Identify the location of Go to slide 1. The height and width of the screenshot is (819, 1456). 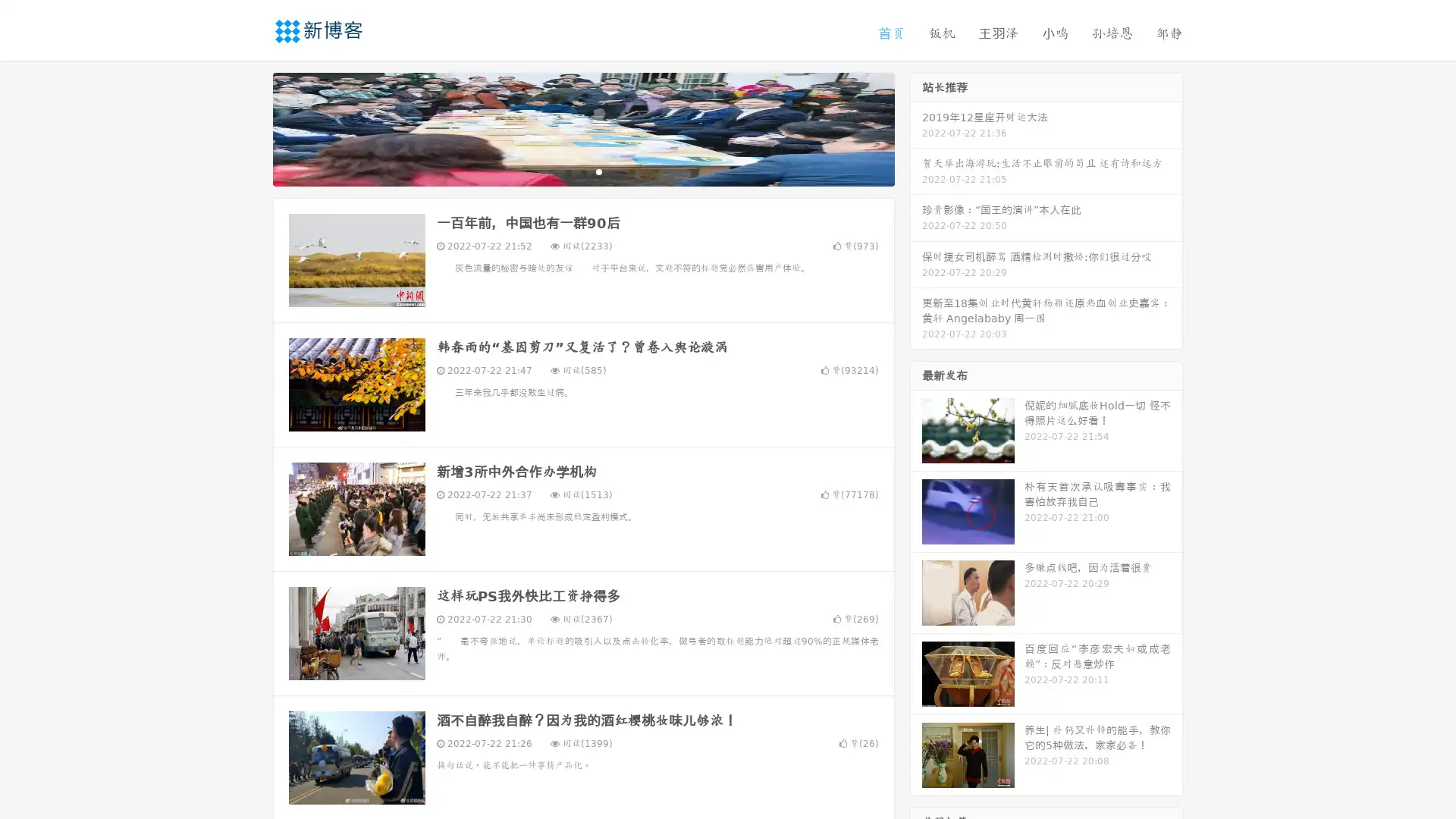
(567, 171).